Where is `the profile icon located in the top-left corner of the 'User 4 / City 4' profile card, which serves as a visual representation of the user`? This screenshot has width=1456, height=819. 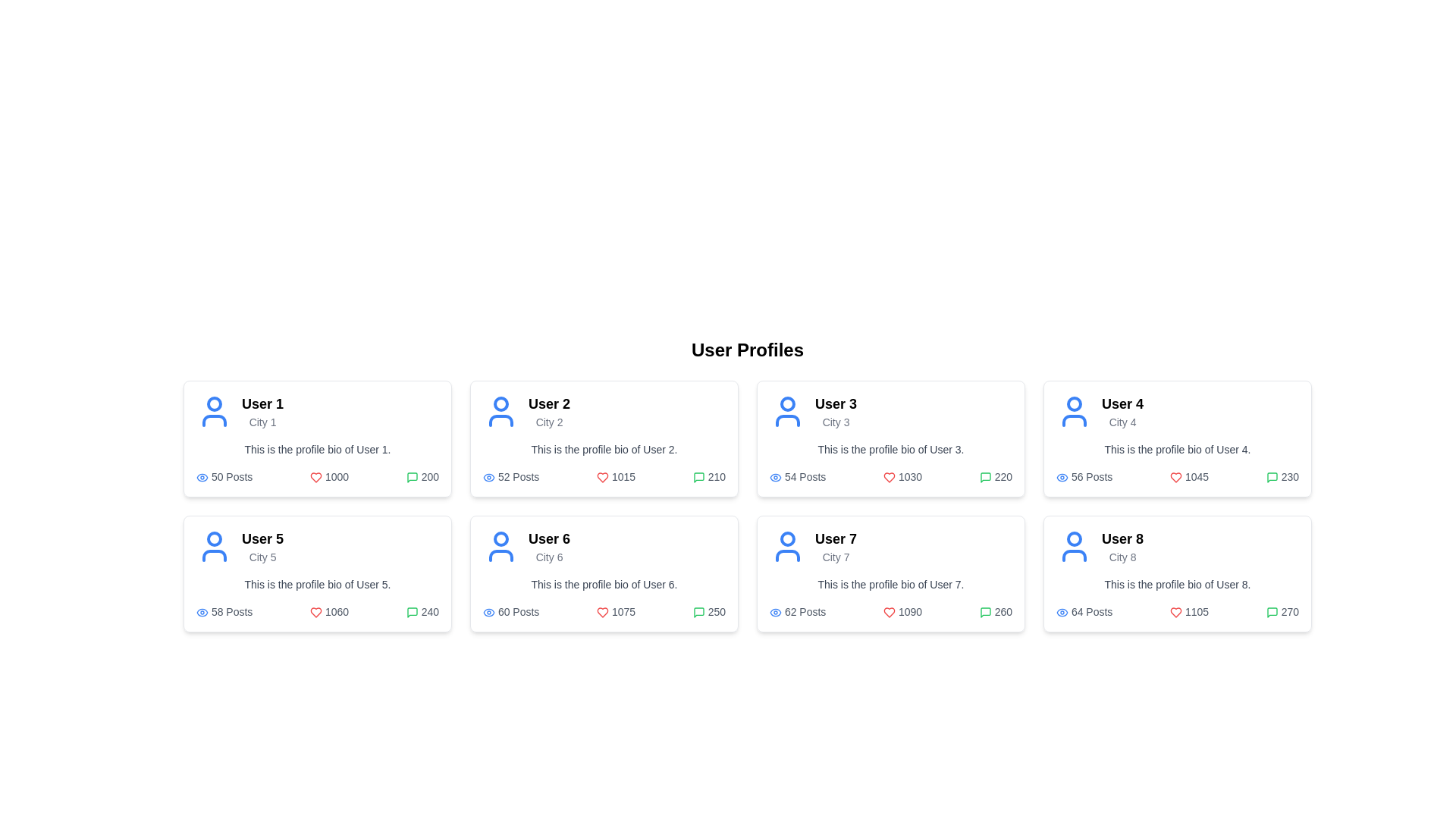
the profile icon located in the top-left corner of the 'User 4 / City 4' profile card, which serves as a visual representation of the user is located at coordinates (1073, 412).